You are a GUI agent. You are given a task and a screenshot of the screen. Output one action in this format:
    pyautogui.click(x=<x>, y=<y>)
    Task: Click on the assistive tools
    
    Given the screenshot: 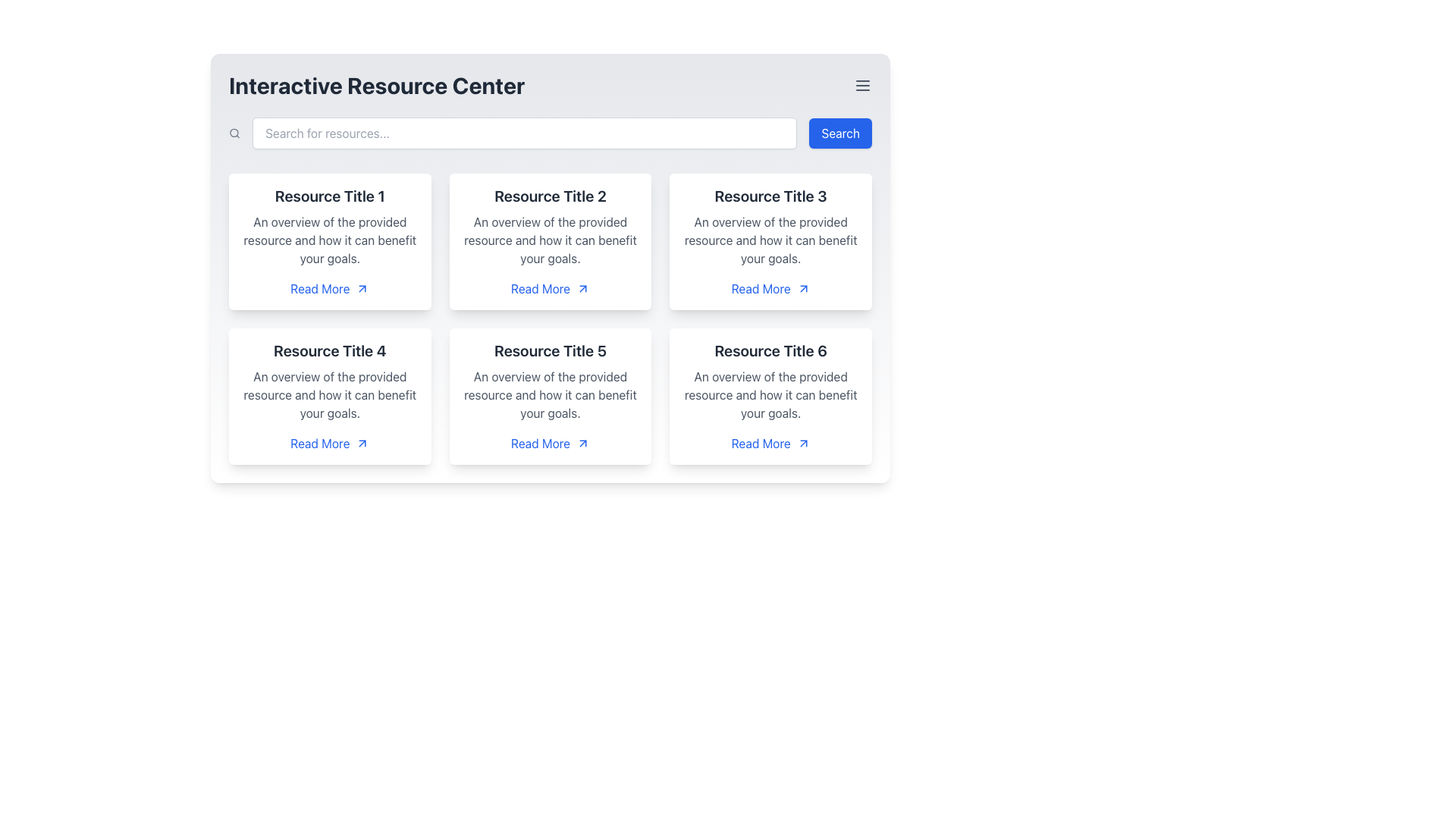 What is the action you would take?
    pyautogui.click(x=329, y=394)
    